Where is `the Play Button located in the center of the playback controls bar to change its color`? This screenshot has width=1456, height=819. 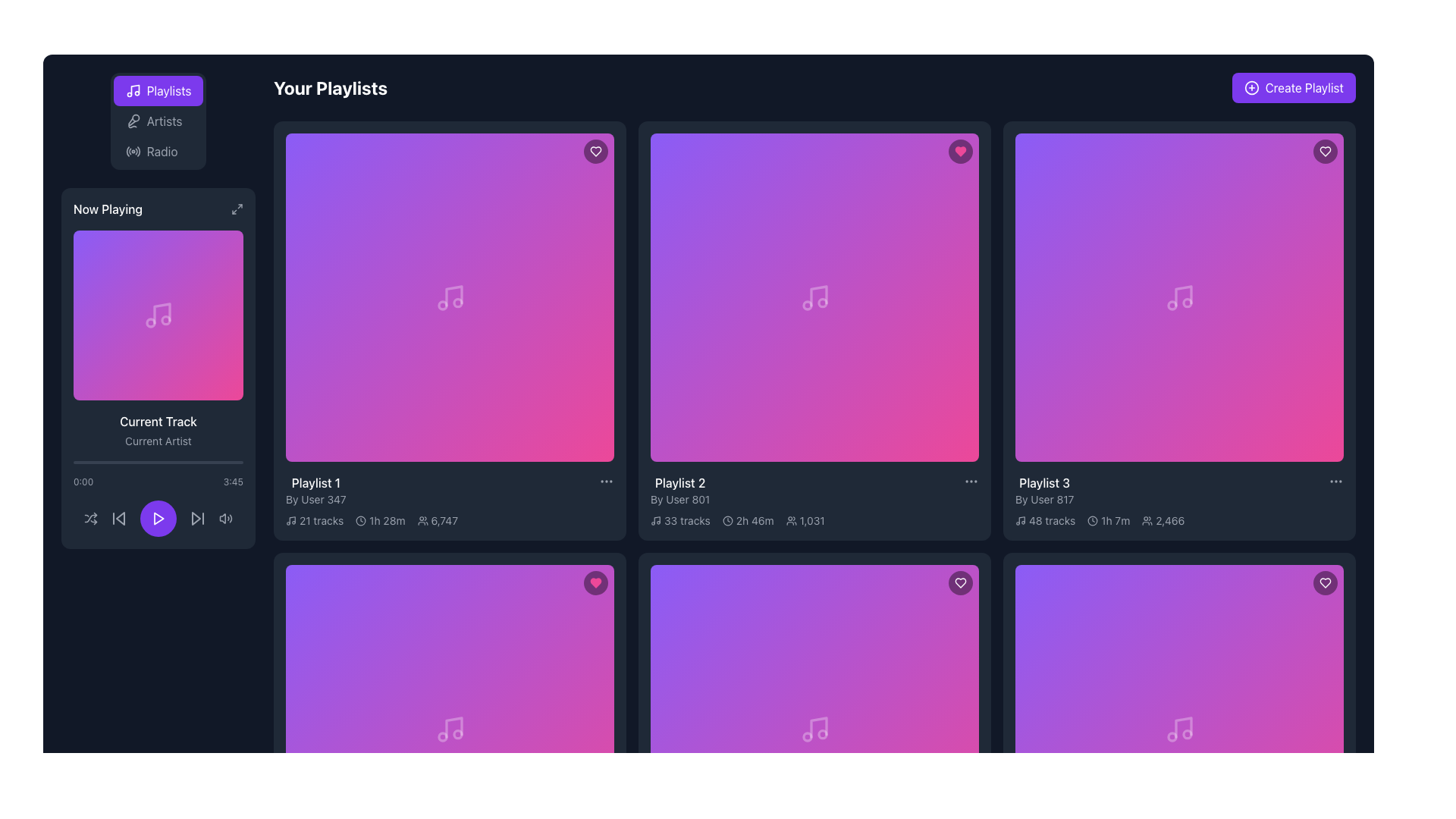 the Play Button located in the center of the playback controls bar to change its color is located at coordinates (158, 517).